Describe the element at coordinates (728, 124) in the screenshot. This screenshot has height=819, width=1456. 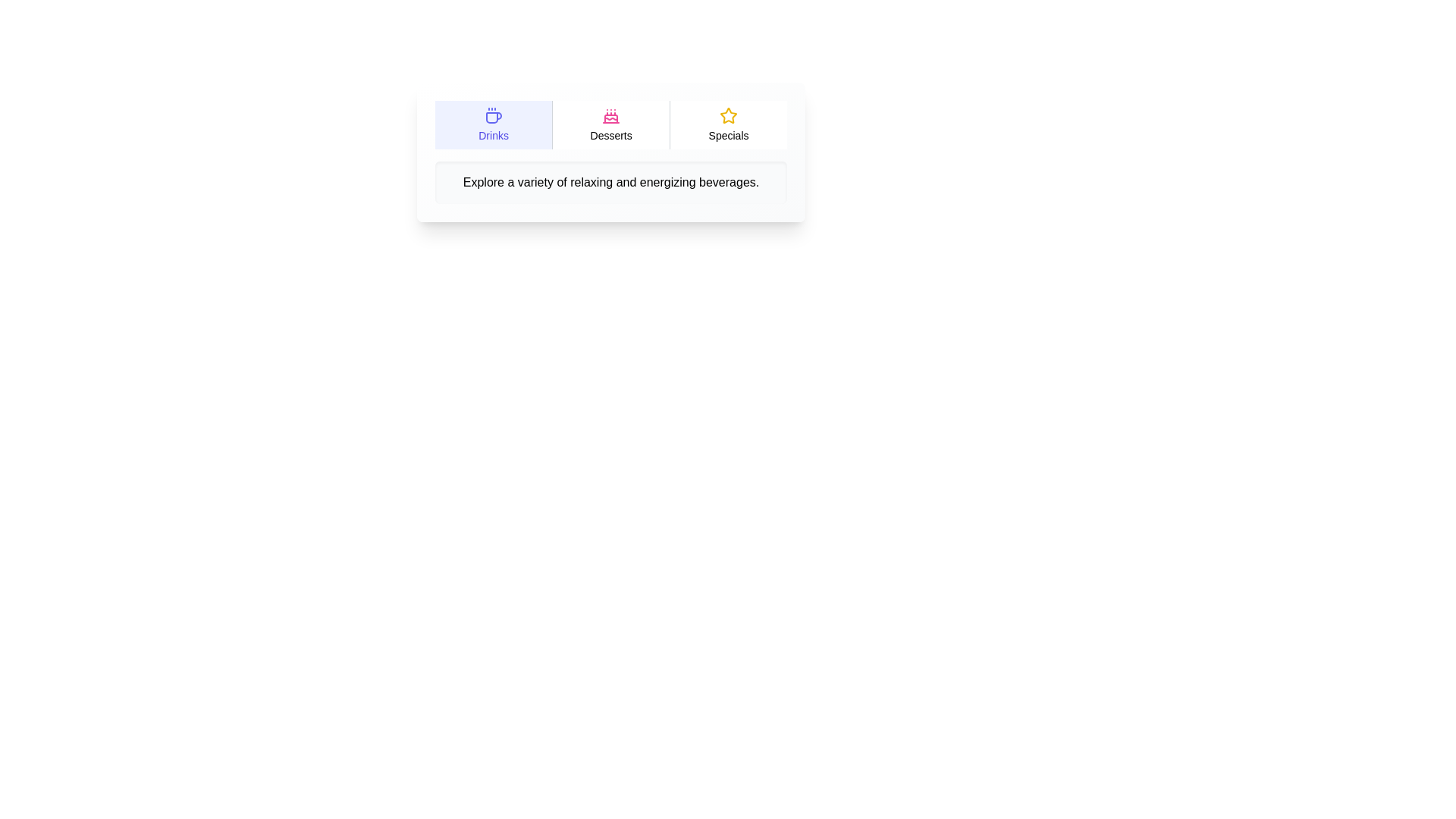
I see `the tab labeled Specials` at that location.